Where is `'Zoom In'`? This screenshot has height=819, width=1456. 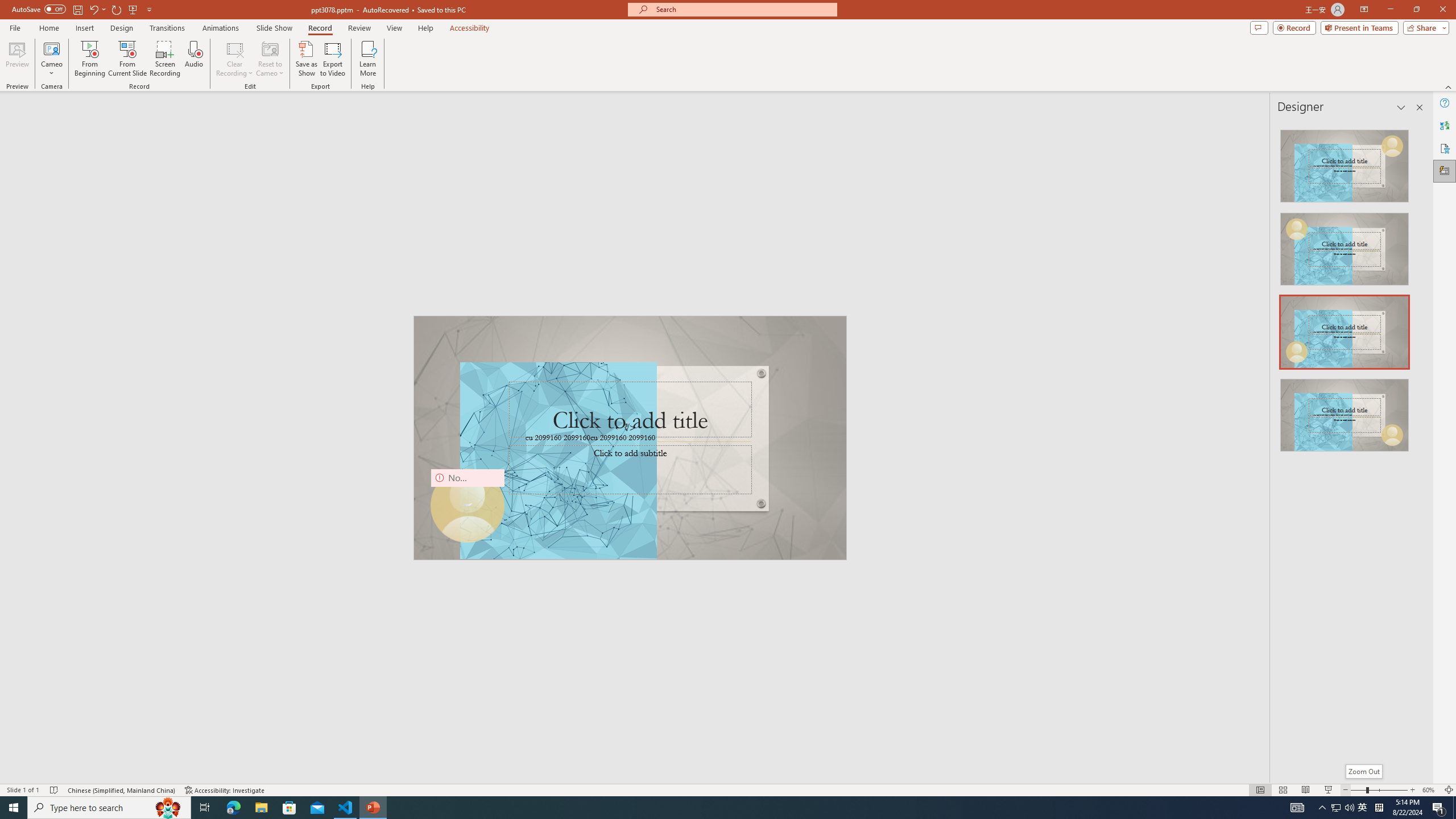 'Zoom In' is located at coordinates (1412, 790).